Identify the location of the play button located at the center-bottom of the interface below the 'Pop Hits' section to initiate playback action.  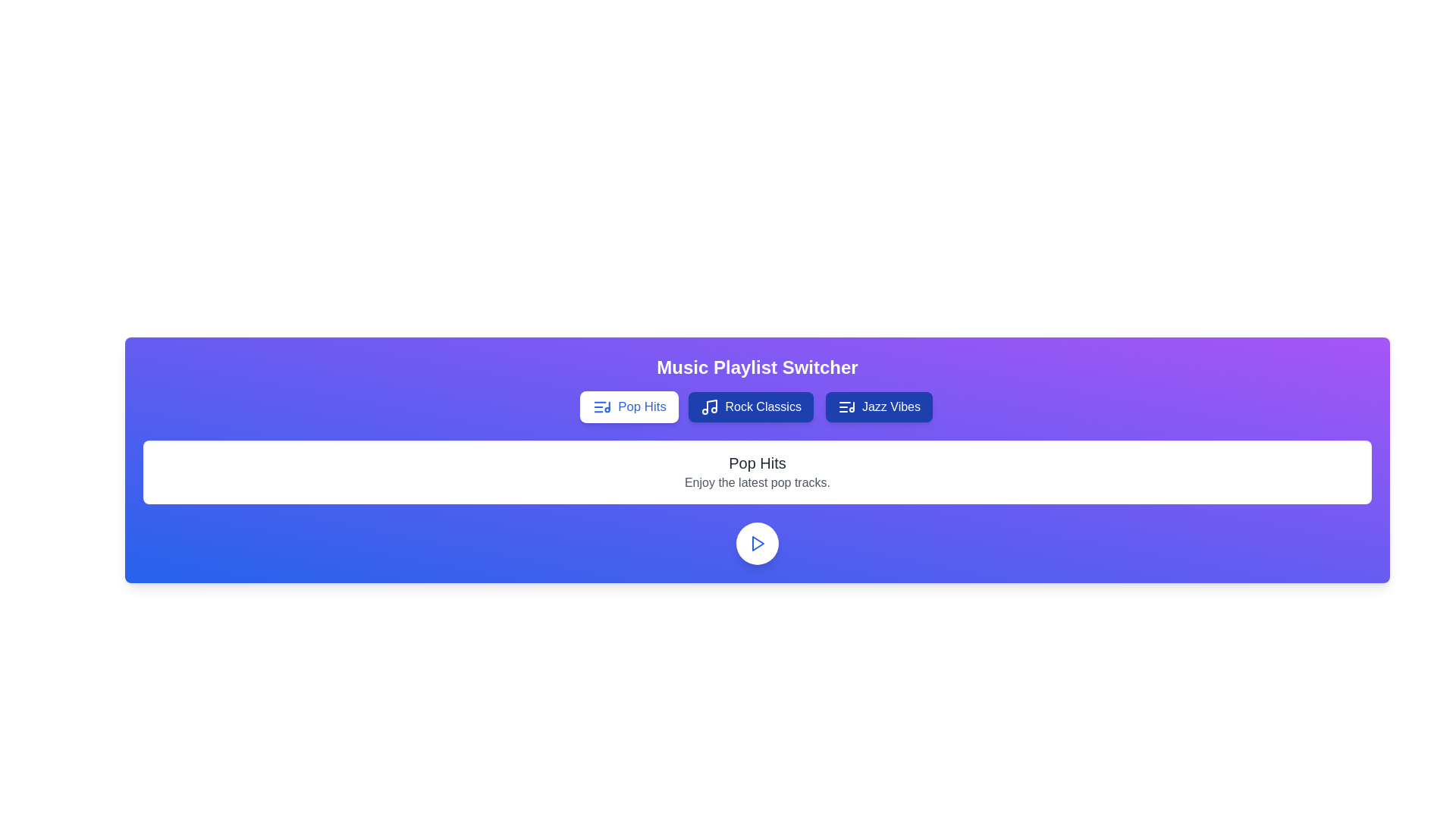
(757, 543).